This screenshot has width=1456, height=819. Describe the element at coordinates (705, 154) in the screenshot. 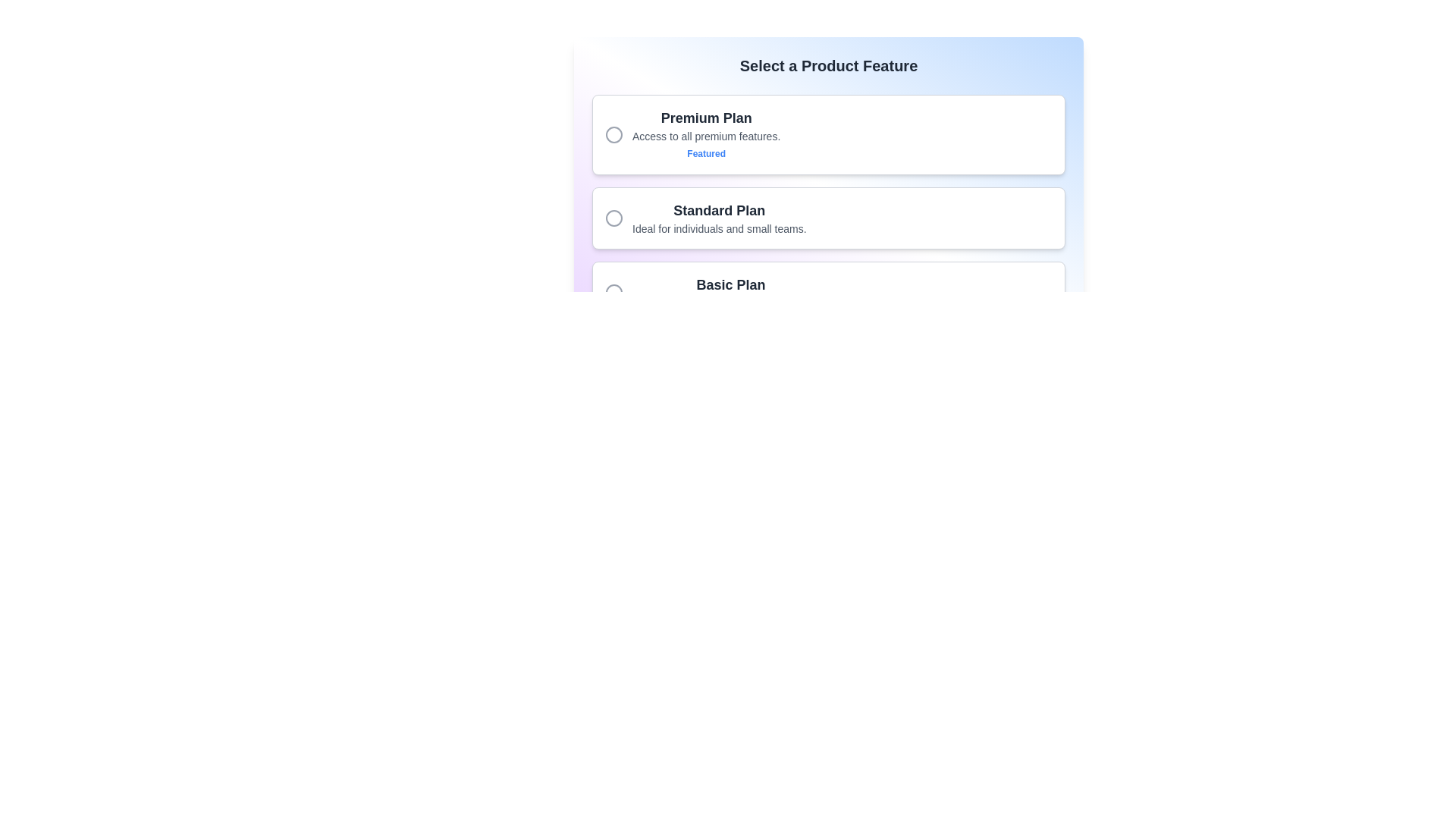

I see `the label emphasizing the 'Premium Plan', which is located under the 'Premium Plan' title and the description 'Access to all premium features.'` at that location.